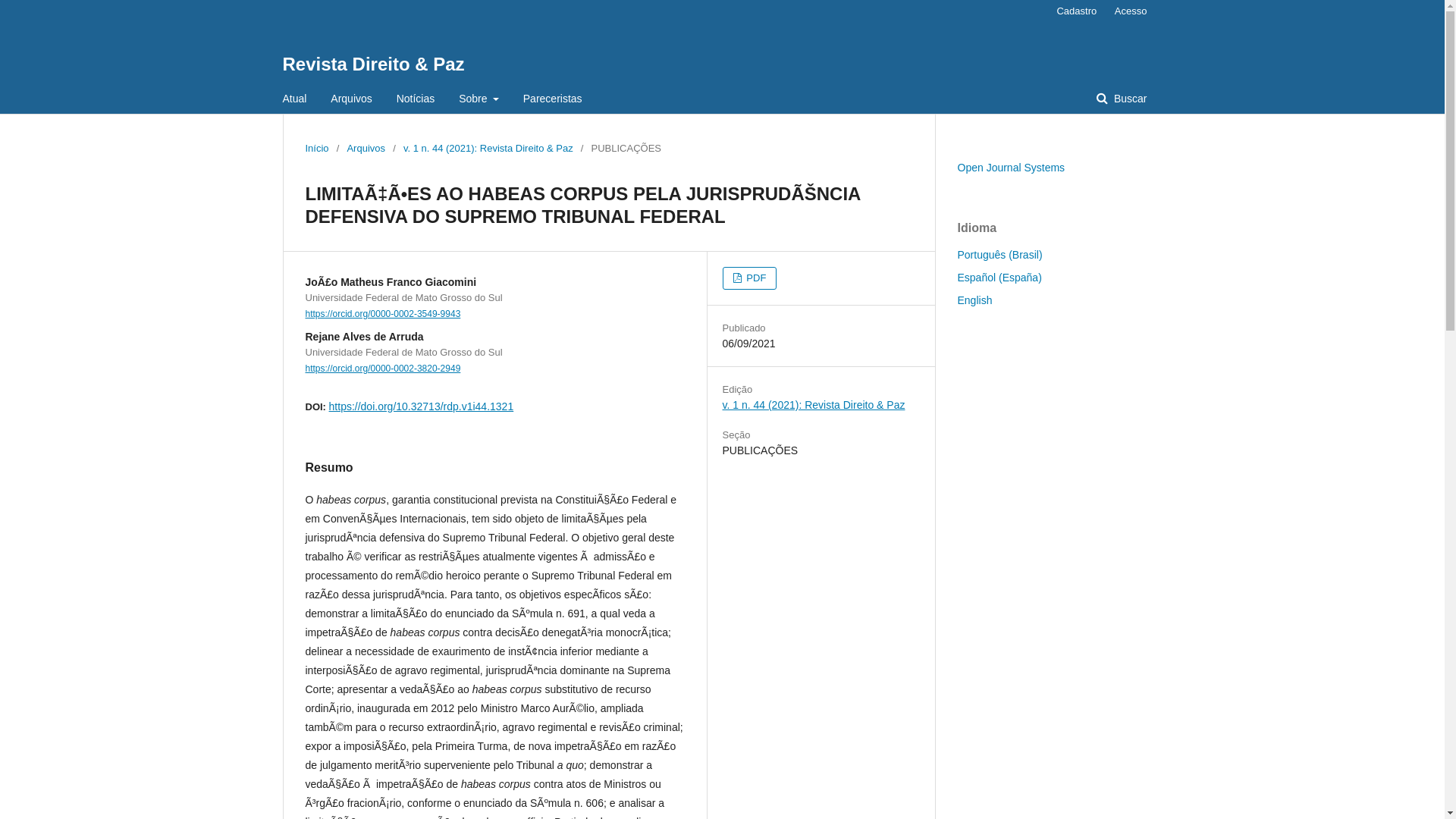 This screenshot has width=1456, height=819. I want to click on 'Pareceristas', so click(552, 99).